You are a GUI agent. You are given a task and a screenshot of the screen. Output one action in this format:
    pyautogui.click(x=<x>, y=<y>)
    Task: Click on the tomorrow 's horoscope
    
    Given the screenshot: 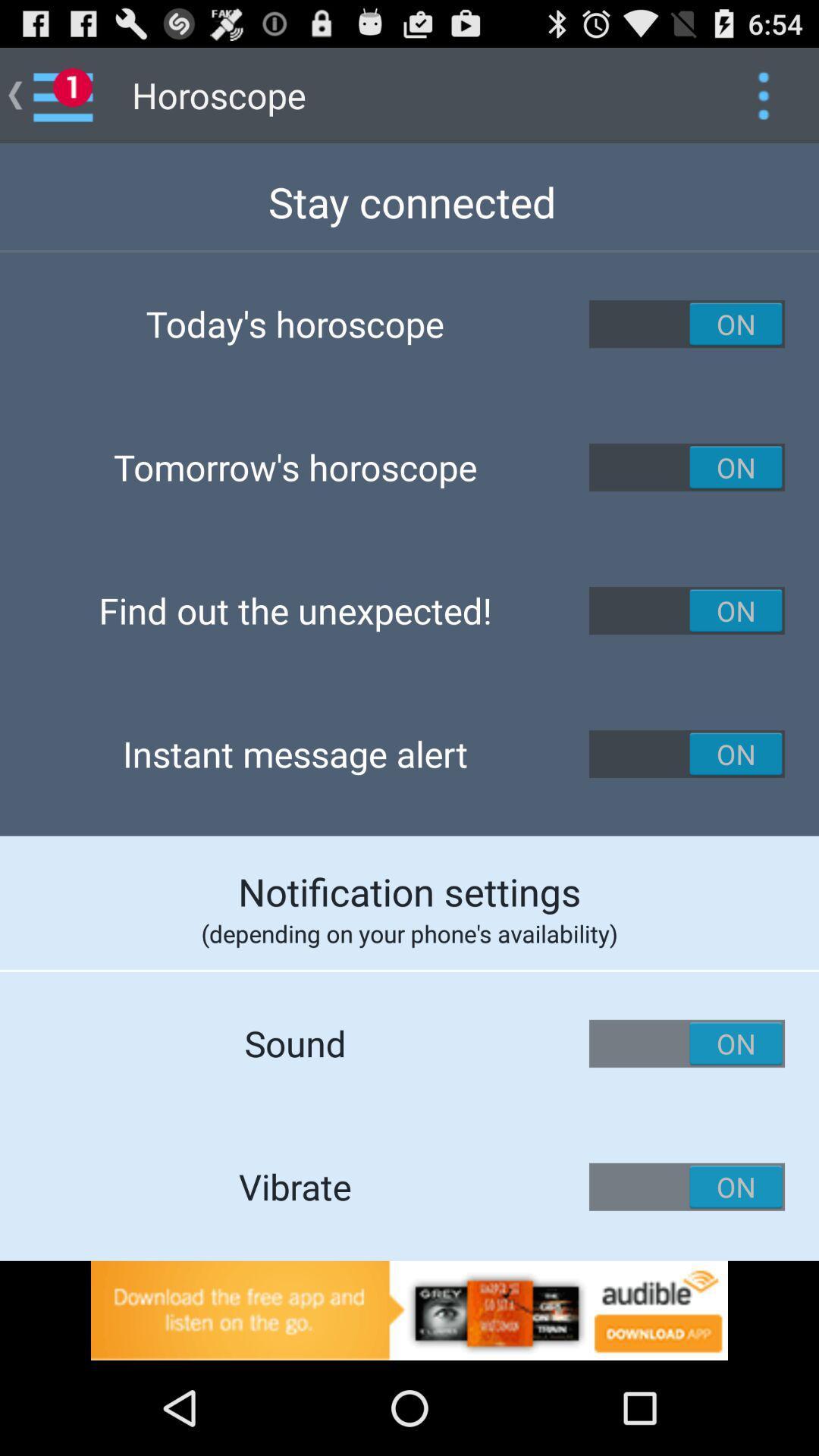 What is the action you would take?
    pyautogui.click(x=687, y=466)
    